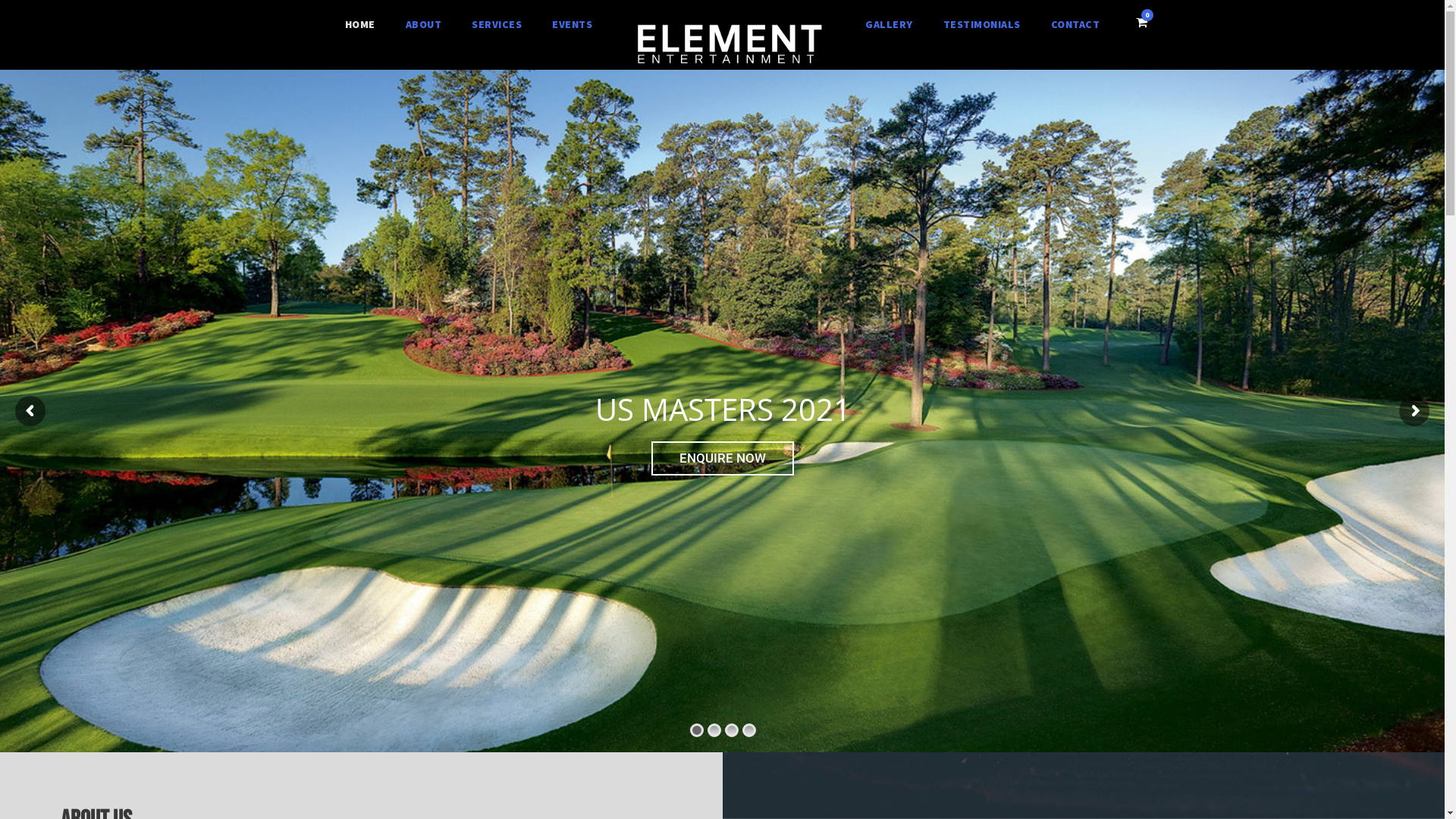 This screenshot has width=1456, height=819. What do you see at coordinates (722, 457) in the screenshot?
I see `'ENQUIRE NOW'` at bounding box center [722, 457].